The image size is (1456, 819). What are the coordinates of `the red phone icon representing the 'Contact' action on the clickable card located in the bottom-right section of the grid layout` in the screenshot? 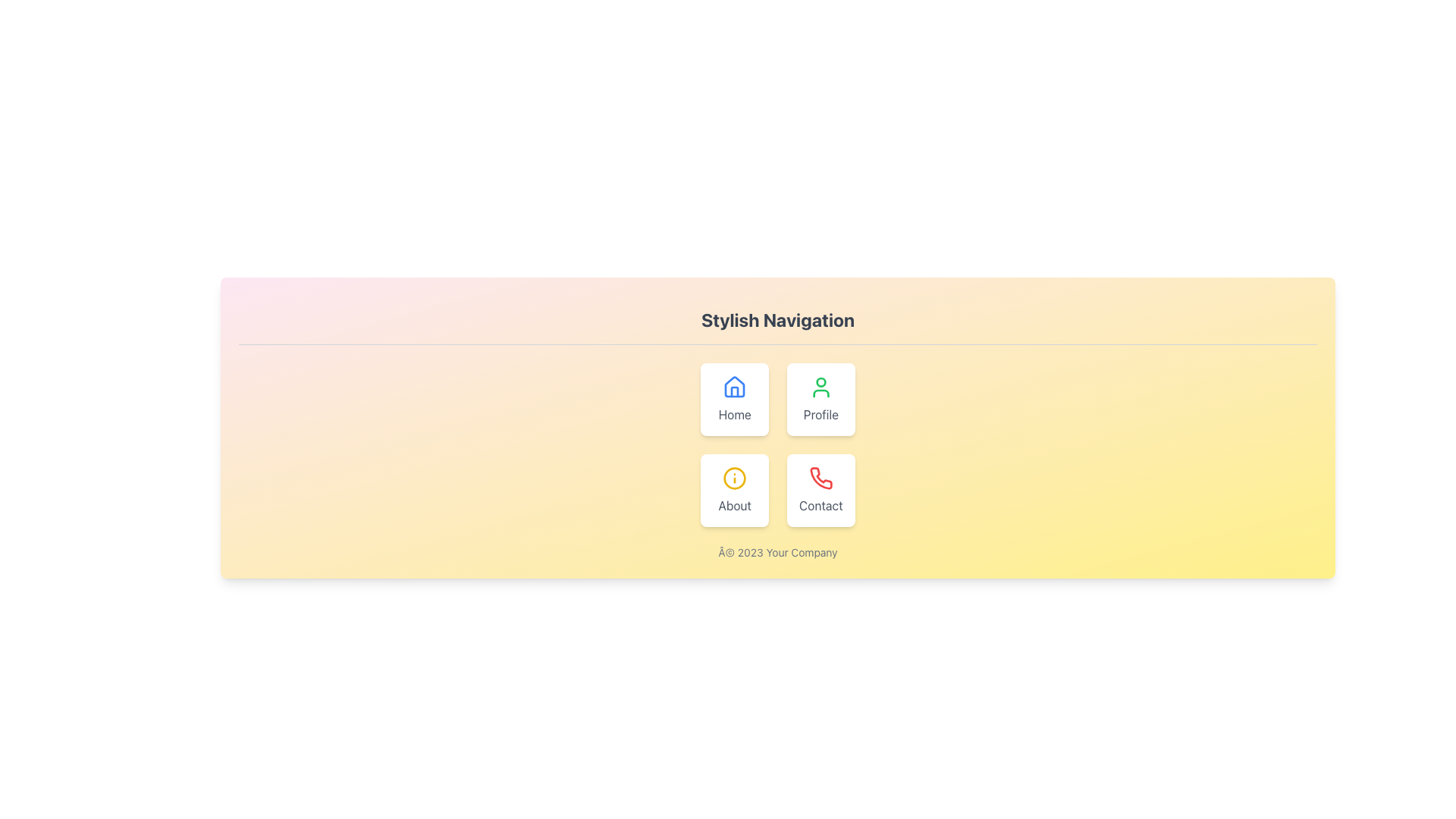 It's located at (820, 479).